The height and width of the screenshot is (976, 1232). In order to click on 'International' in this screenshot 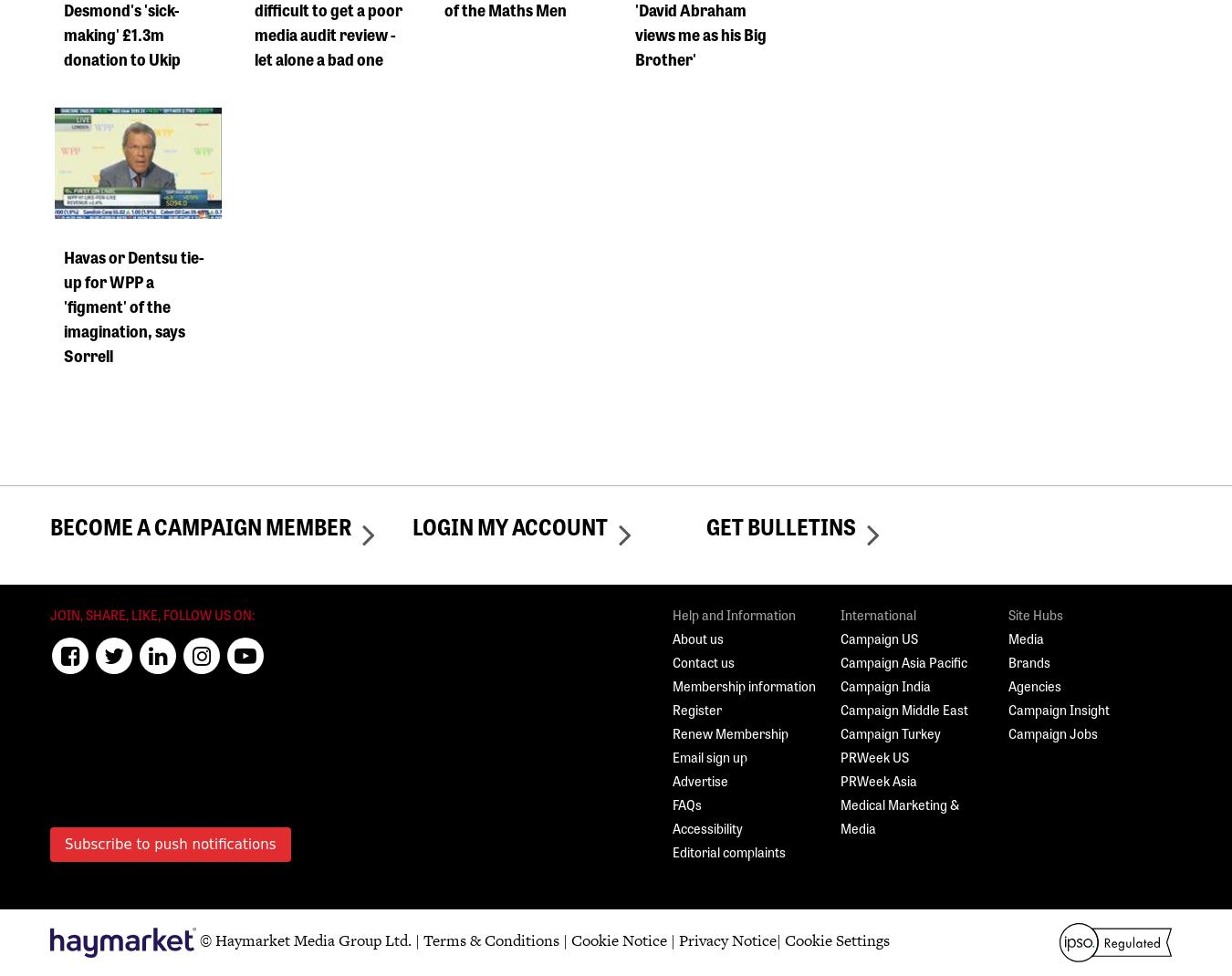, I will do `click(877, 614)`.